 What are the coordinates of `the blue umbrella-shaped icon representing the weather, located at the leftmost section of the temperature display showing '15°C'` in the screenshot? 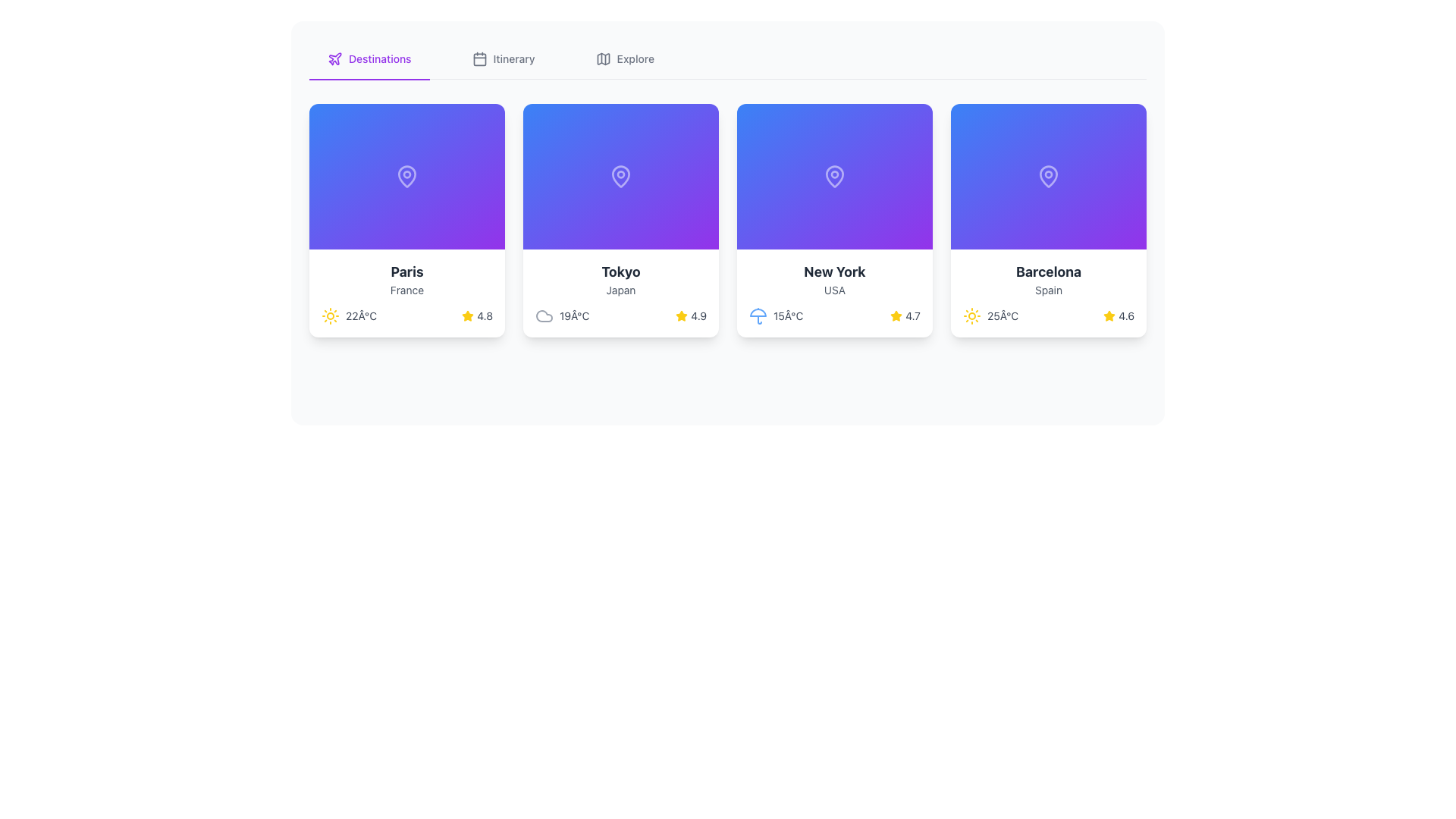 It's located at (758, 315).